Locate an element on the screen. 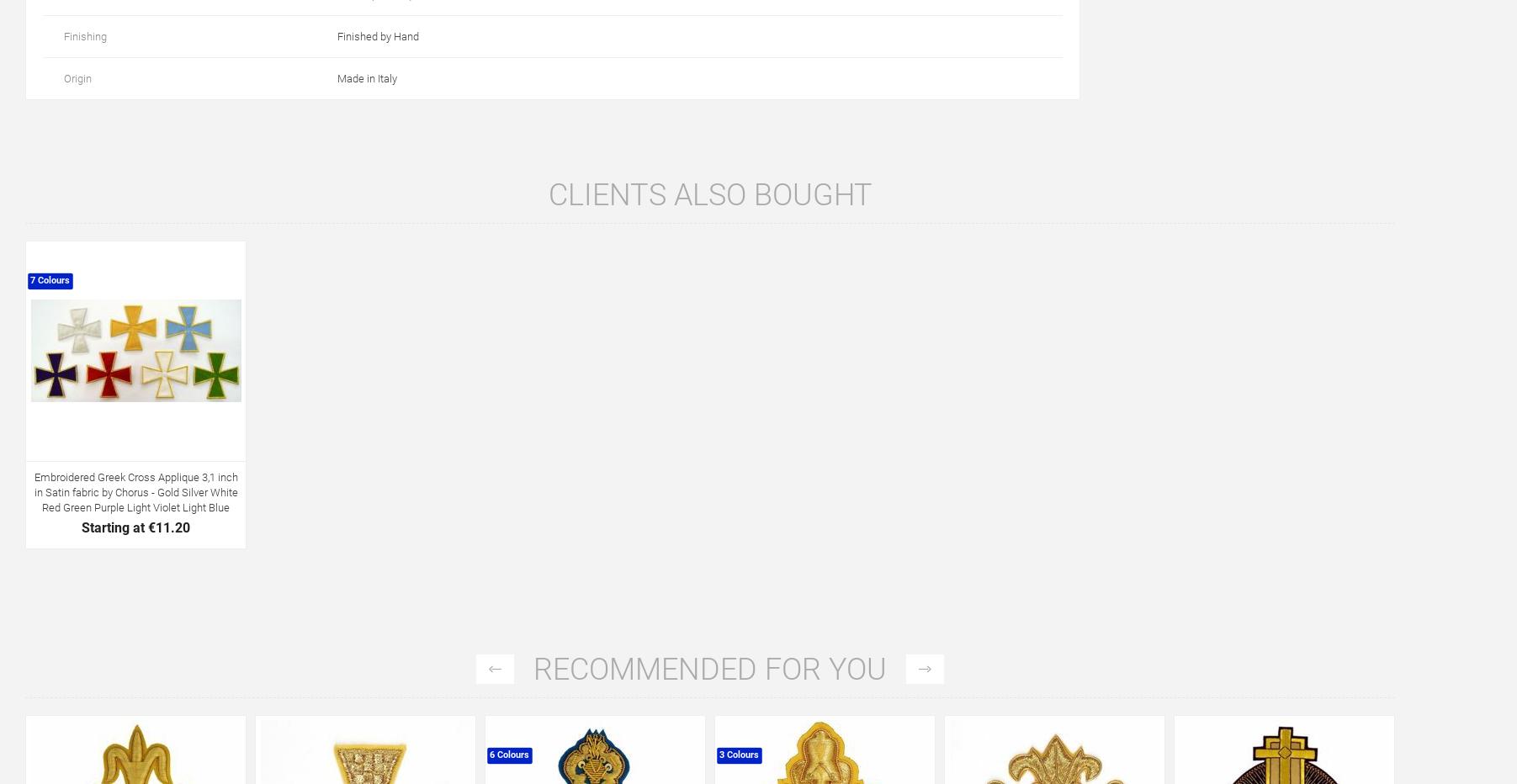 The height and width of the screenshot is (784, 1517). 'Finished by Hand' is located at coordinates (378, 34).